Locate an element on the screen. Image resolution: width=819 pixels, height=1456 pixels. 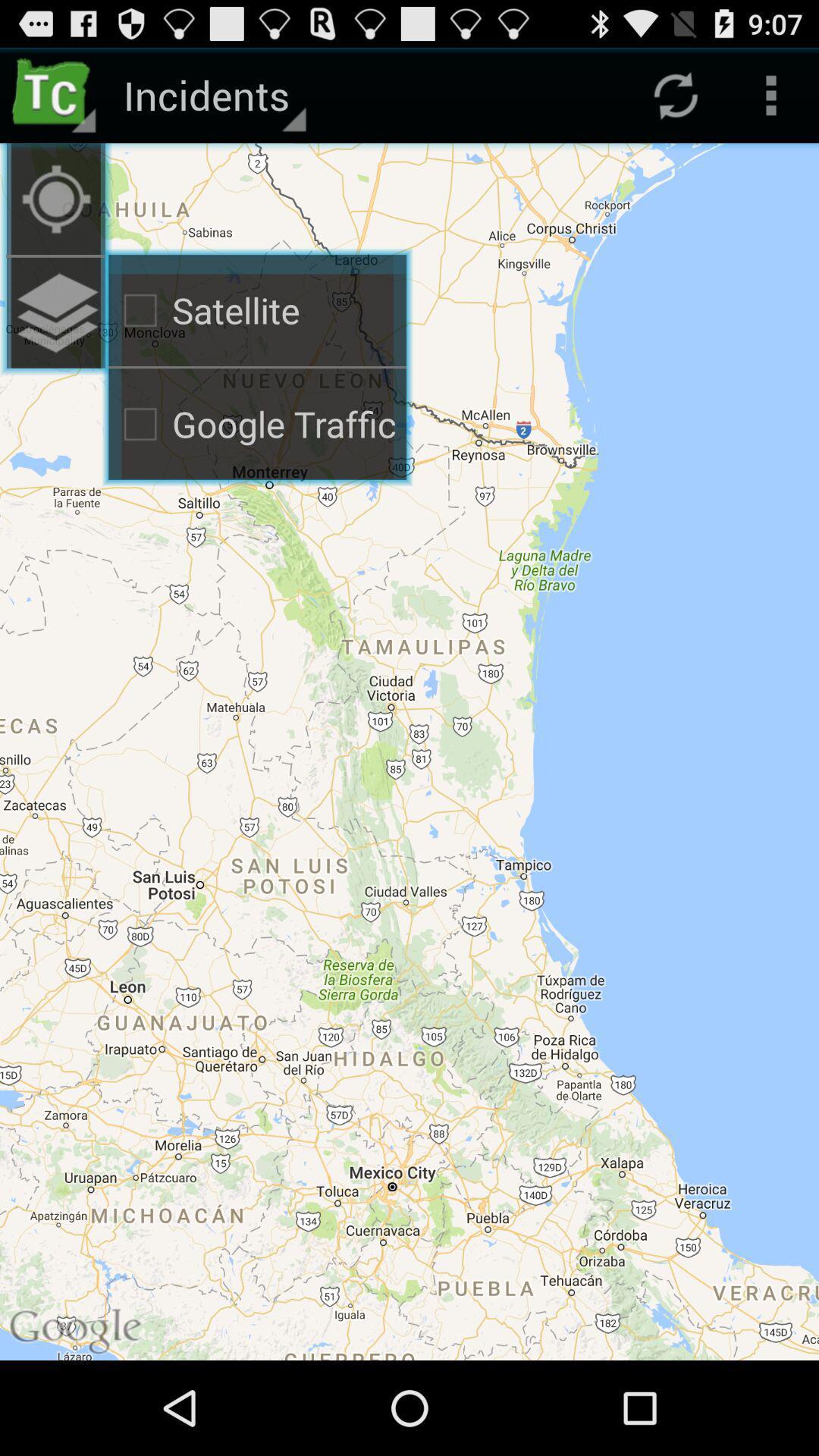
the icon above google traffic item is located at coordinates (55, 312).